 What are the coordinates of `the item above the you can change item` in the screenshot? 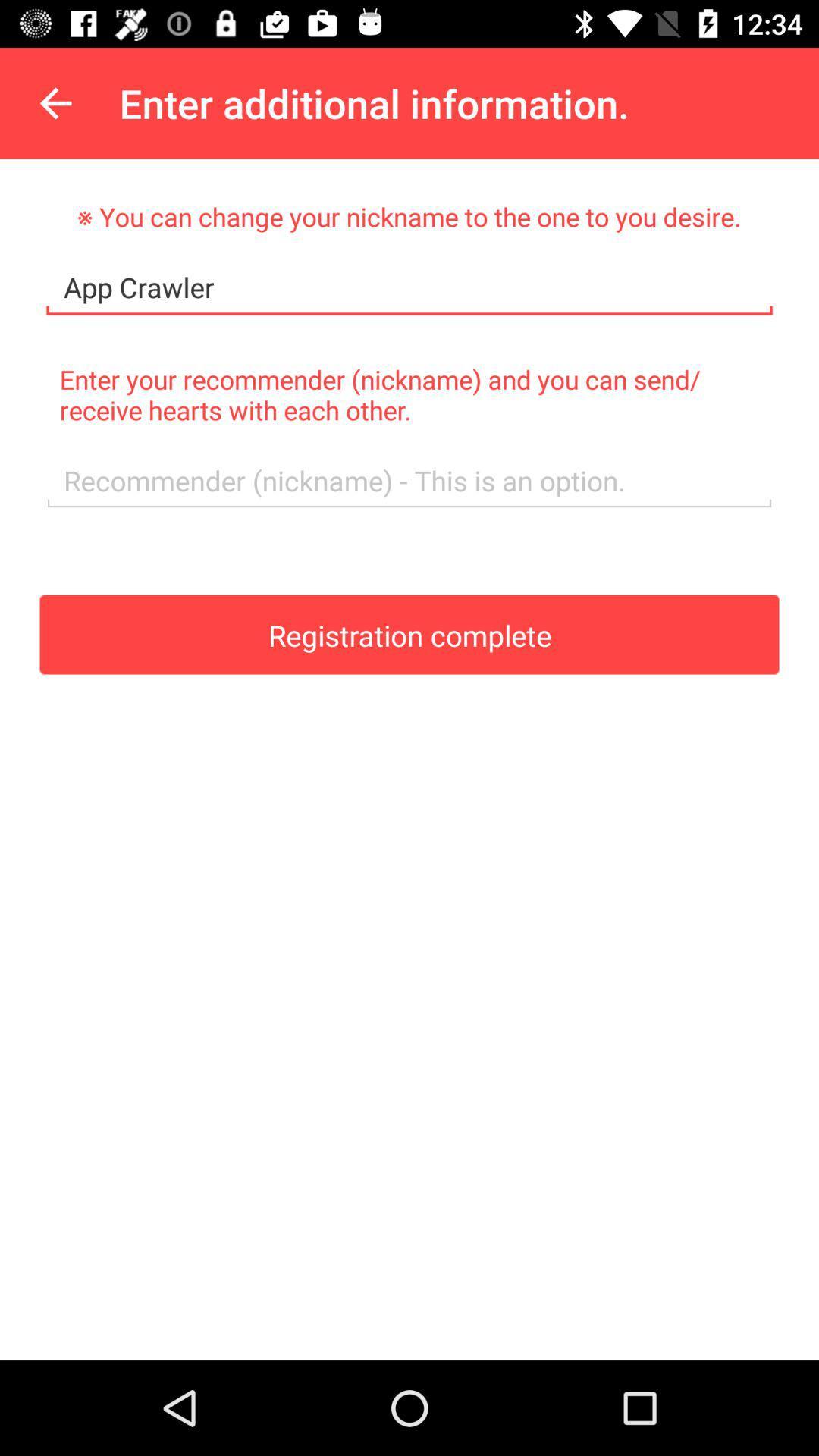 It's located at (55, 102).